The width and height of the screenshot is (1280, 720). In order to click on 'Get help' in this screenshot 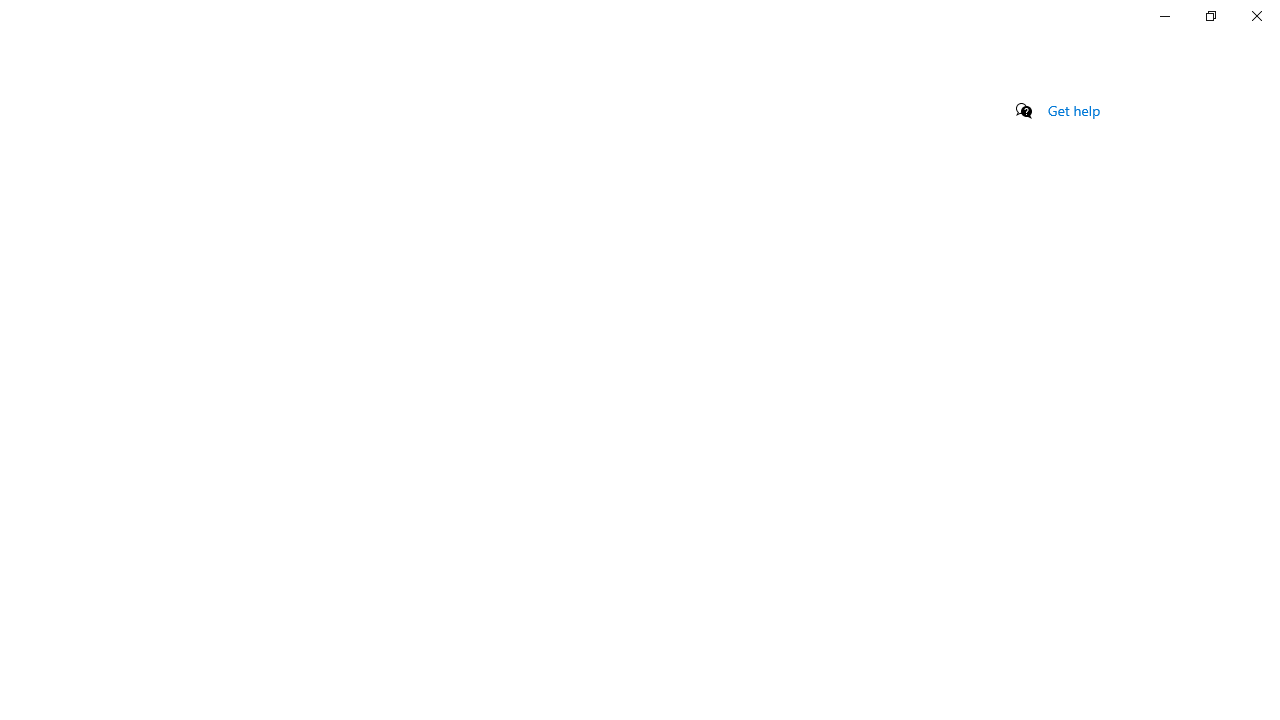, I will do `click(1073, 110)`.